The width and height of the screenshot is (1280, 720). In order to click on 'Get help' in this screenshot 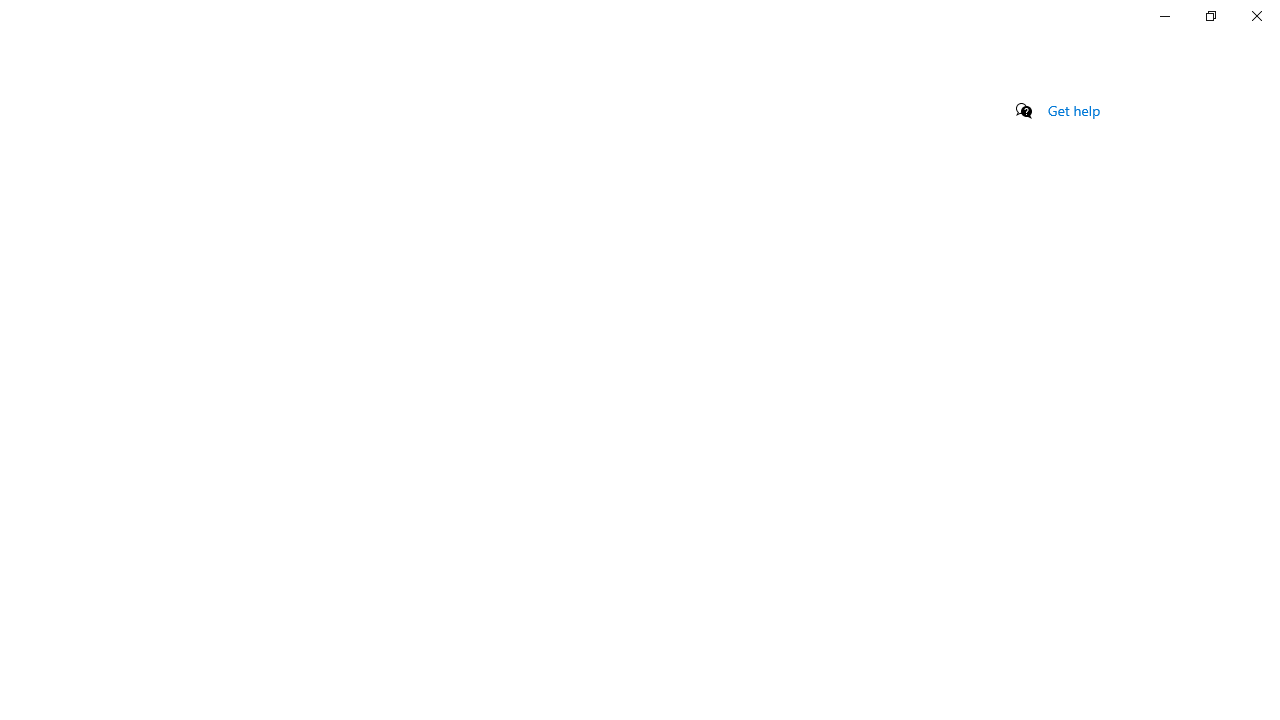, I will do `click(1073, 110)`.